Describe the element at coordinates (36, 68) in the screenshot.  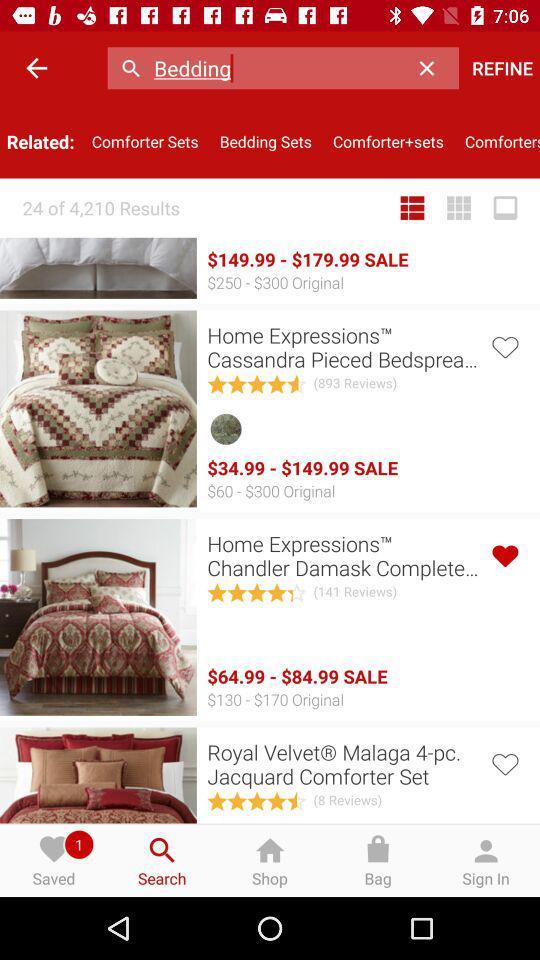
I see `item above related: item` at that location.